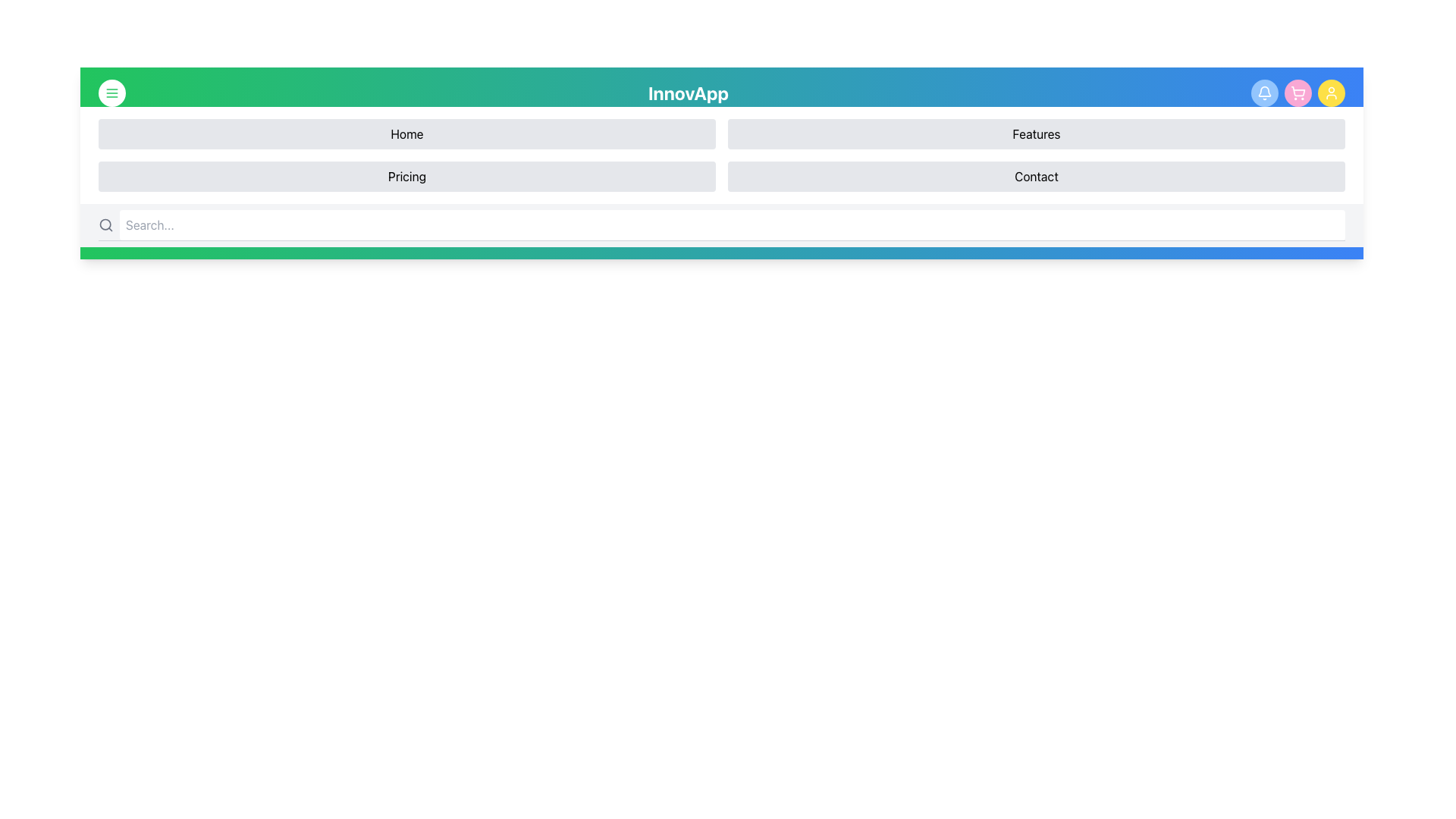 This screenshot has height=819, width=1456. Describe the element at coordinates (111, 93) in the screenshot. I see `the menu icon, which is a compact icon with three horizontal lines stacked vertically and a green stroke, located at the top left corner of the interface` at that location.